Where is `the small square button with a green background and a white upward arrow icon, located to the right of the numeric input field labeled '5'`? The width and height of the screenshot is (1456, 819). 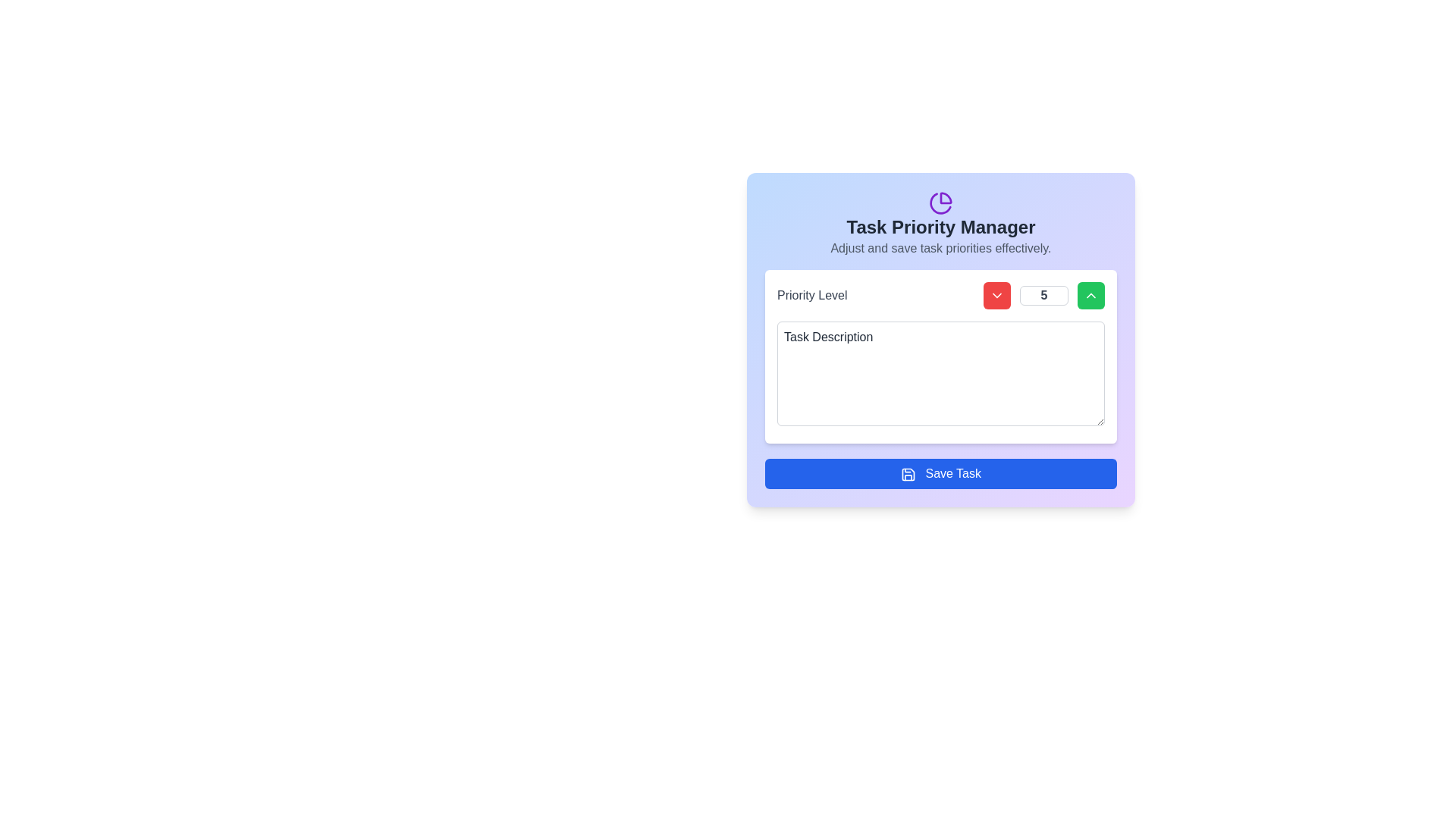 the small square button with a green background and a white upward arrow icon, located to the right of the numeric input field labeled '5' is located at coordinates (1090, 295).